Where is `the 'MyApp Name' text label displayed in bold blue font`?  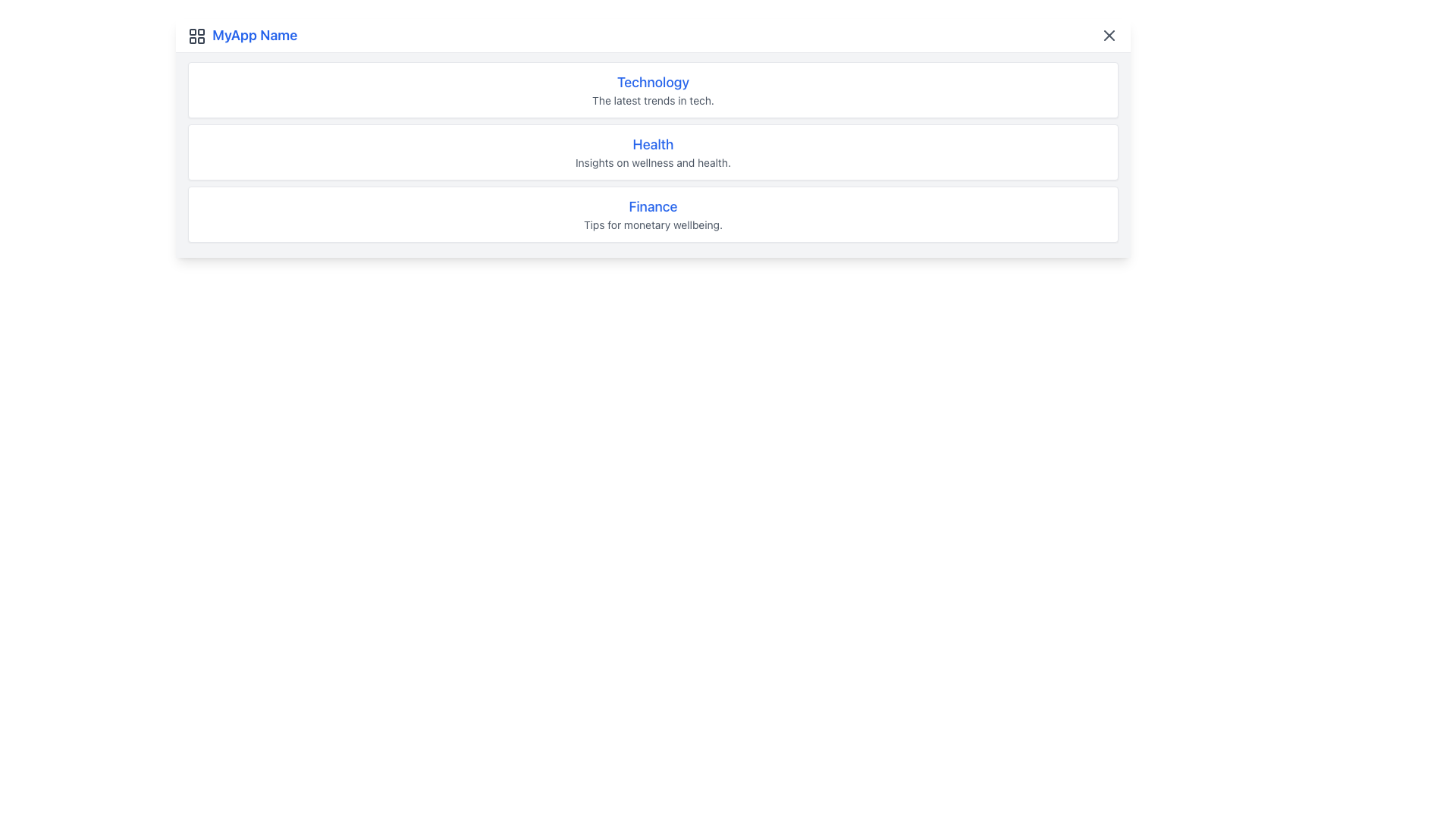 the 'MyApp Name' text label displayed in bold blue font is located at coordinates (243, 34).